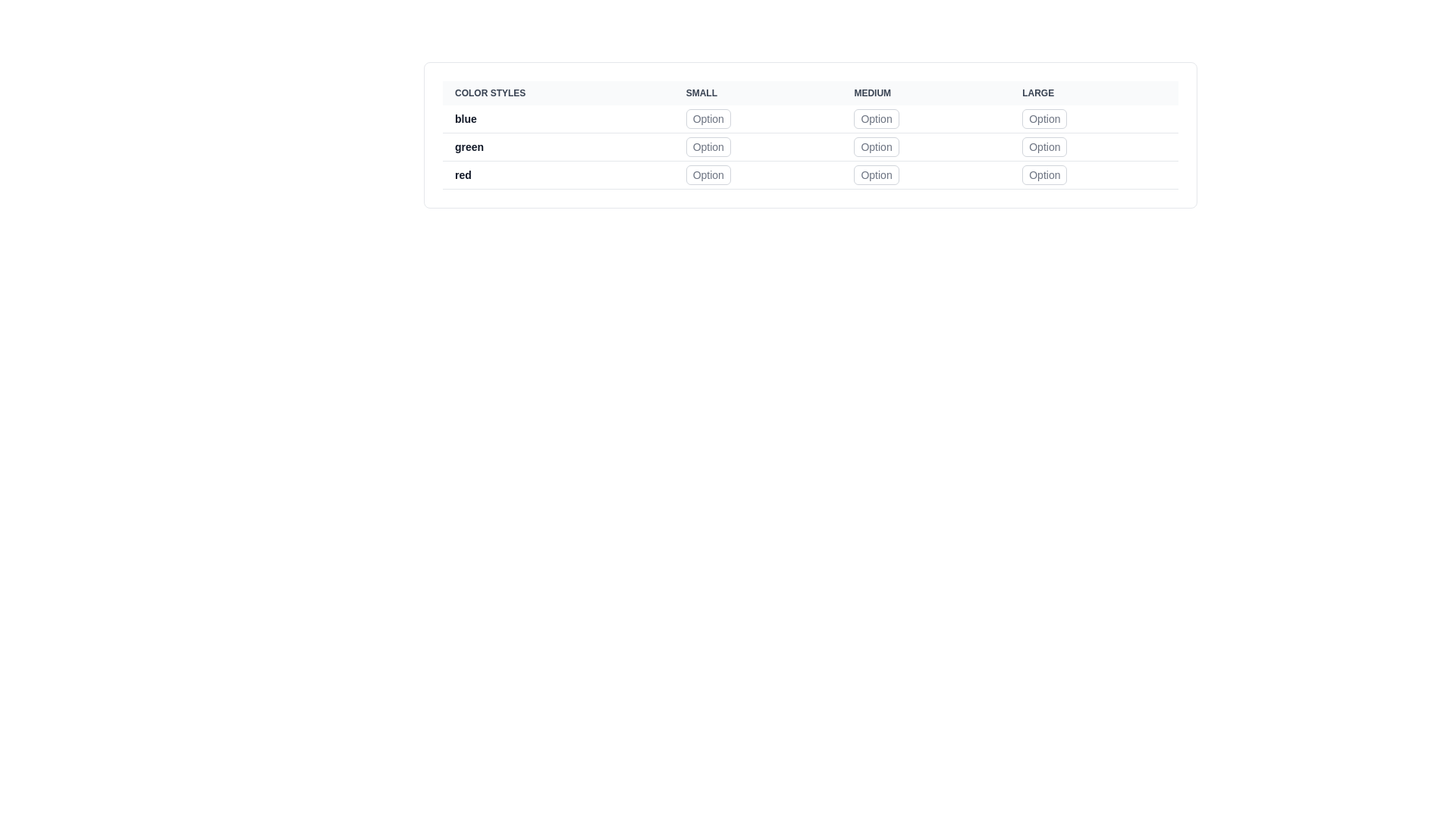 The image size is (1456, 819). I want to click on the interactive buttons in the row labeled 'red', so click(810, 174).